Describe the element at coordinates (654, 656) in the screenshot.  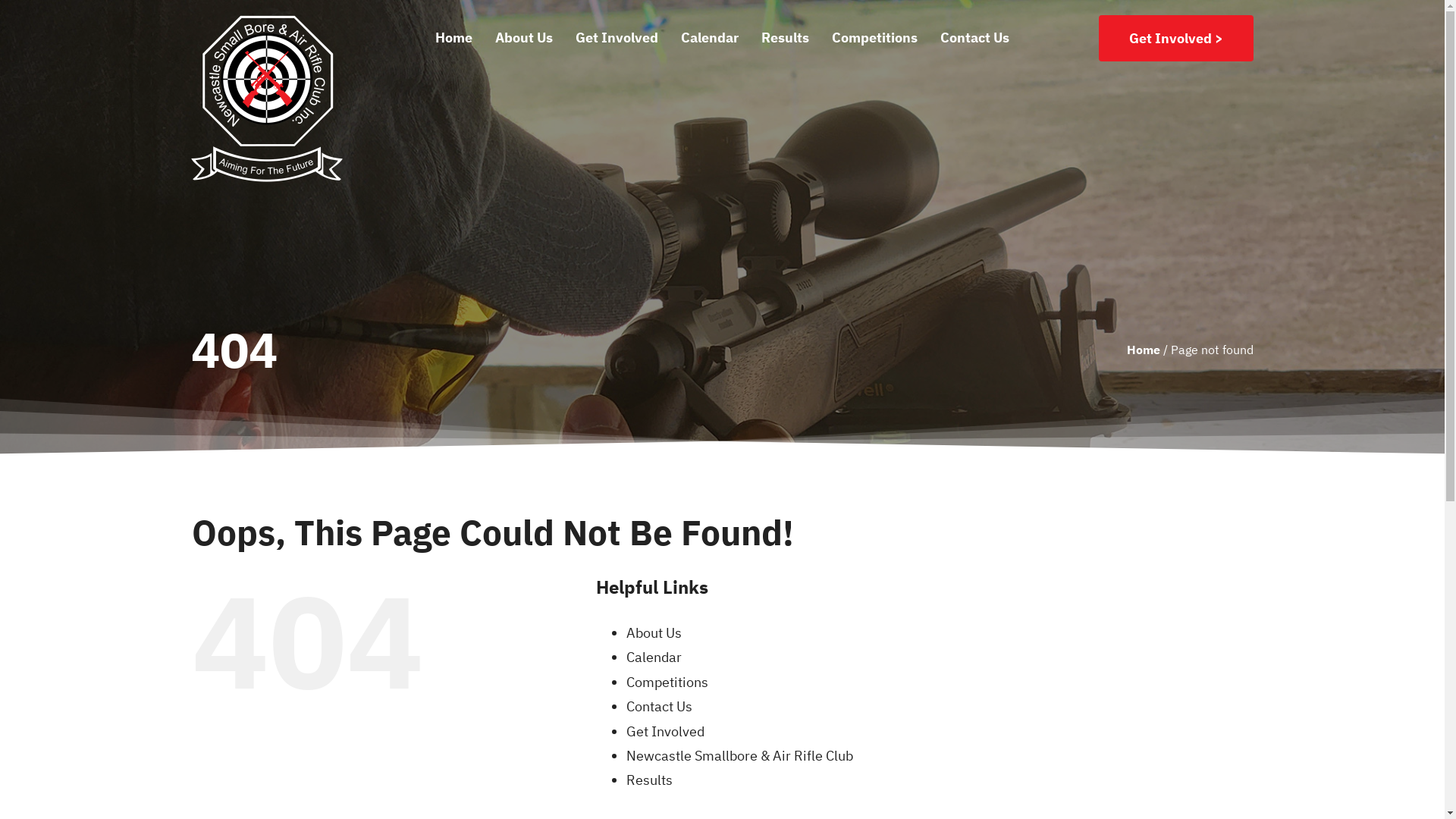
I see `'Calendar'` at that location.